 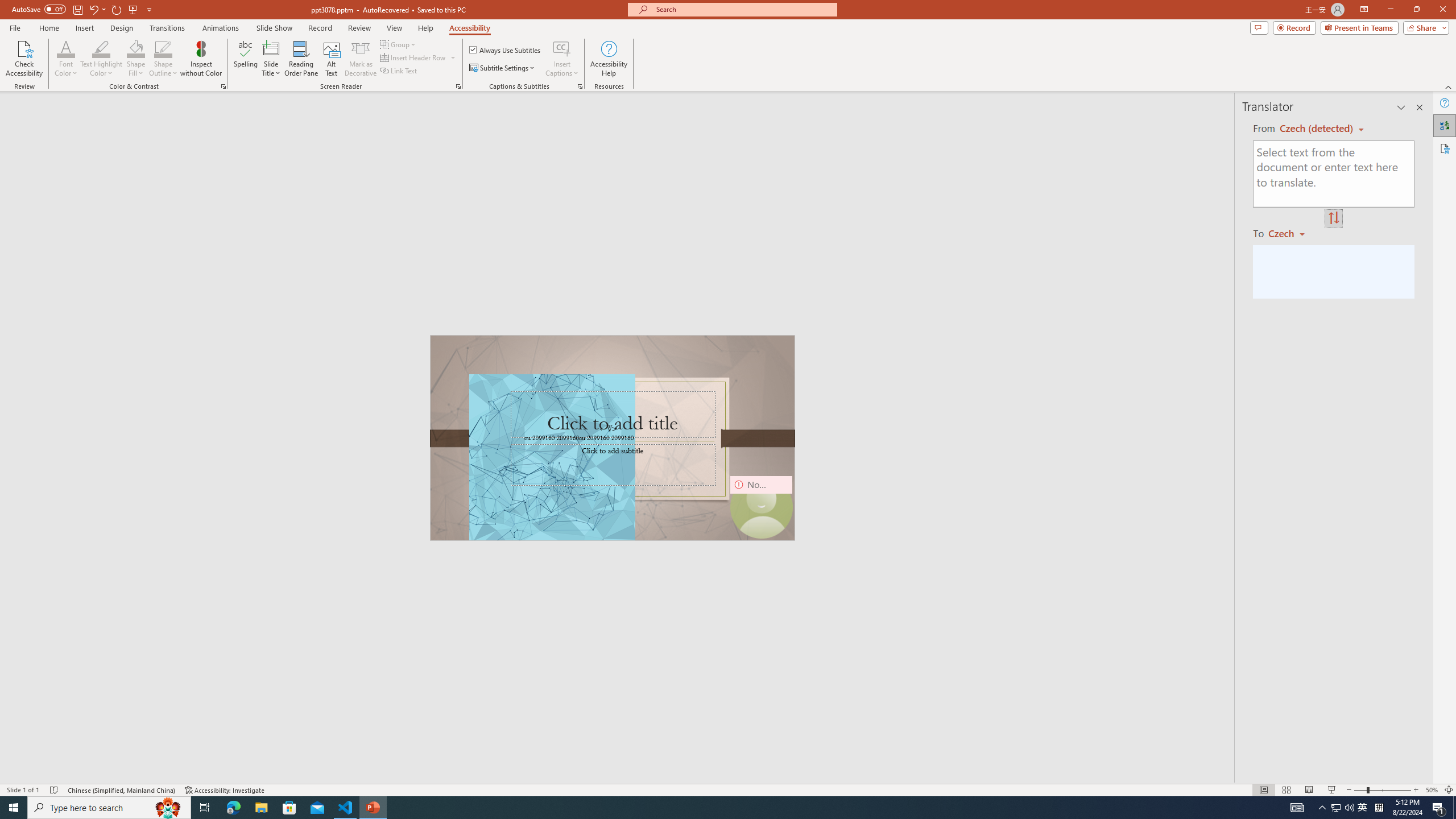 I want to click on 'An abstract genetic concept', so click(x=612, y=437).